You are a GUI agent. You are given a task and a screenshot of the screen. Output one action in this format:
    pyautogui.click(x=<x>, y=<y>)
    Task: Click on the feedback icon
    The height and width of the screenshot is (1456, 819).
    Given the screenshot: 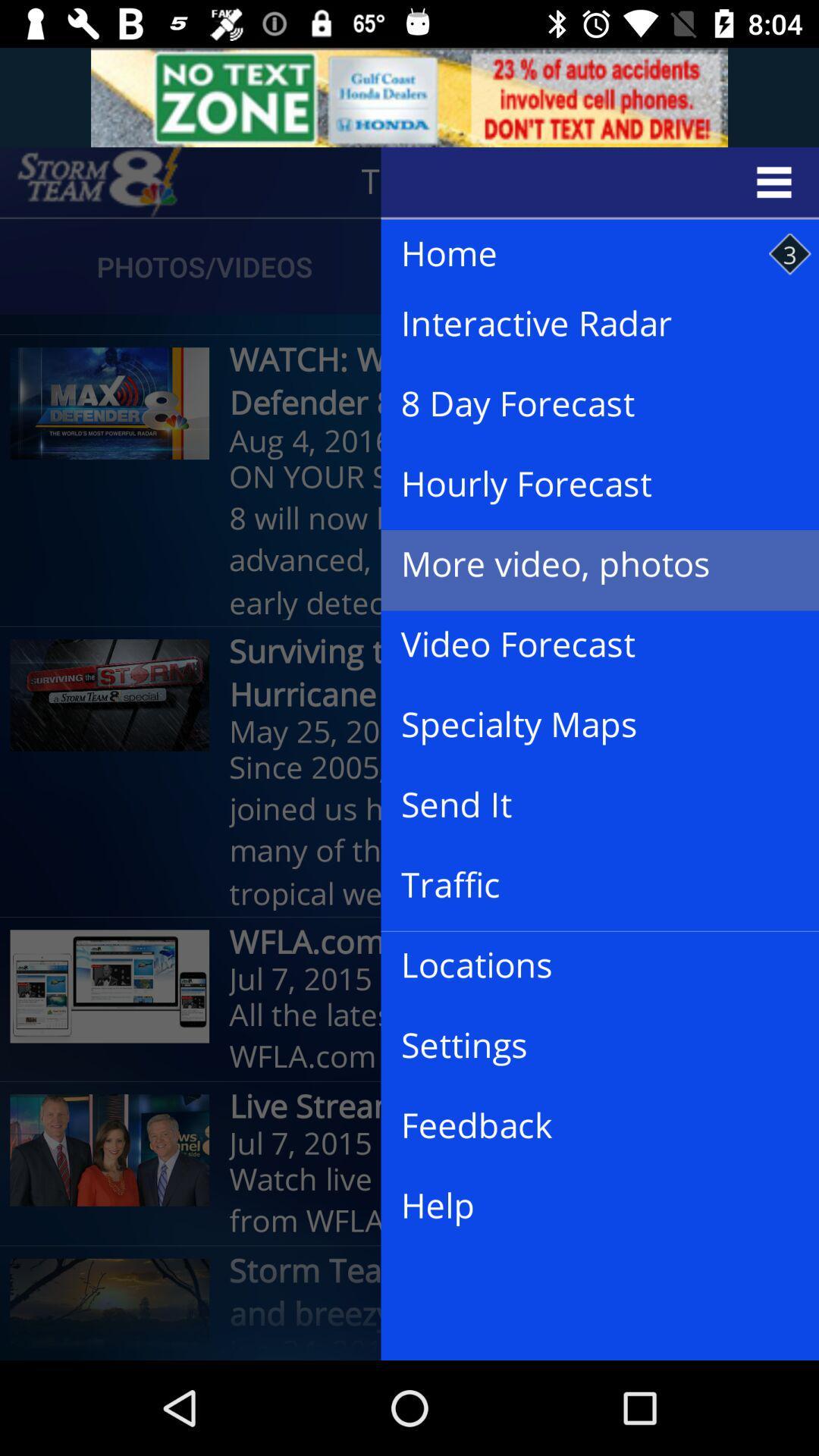 What is the action you would take?
    pyautogui.click(x=587, y=1126)
    